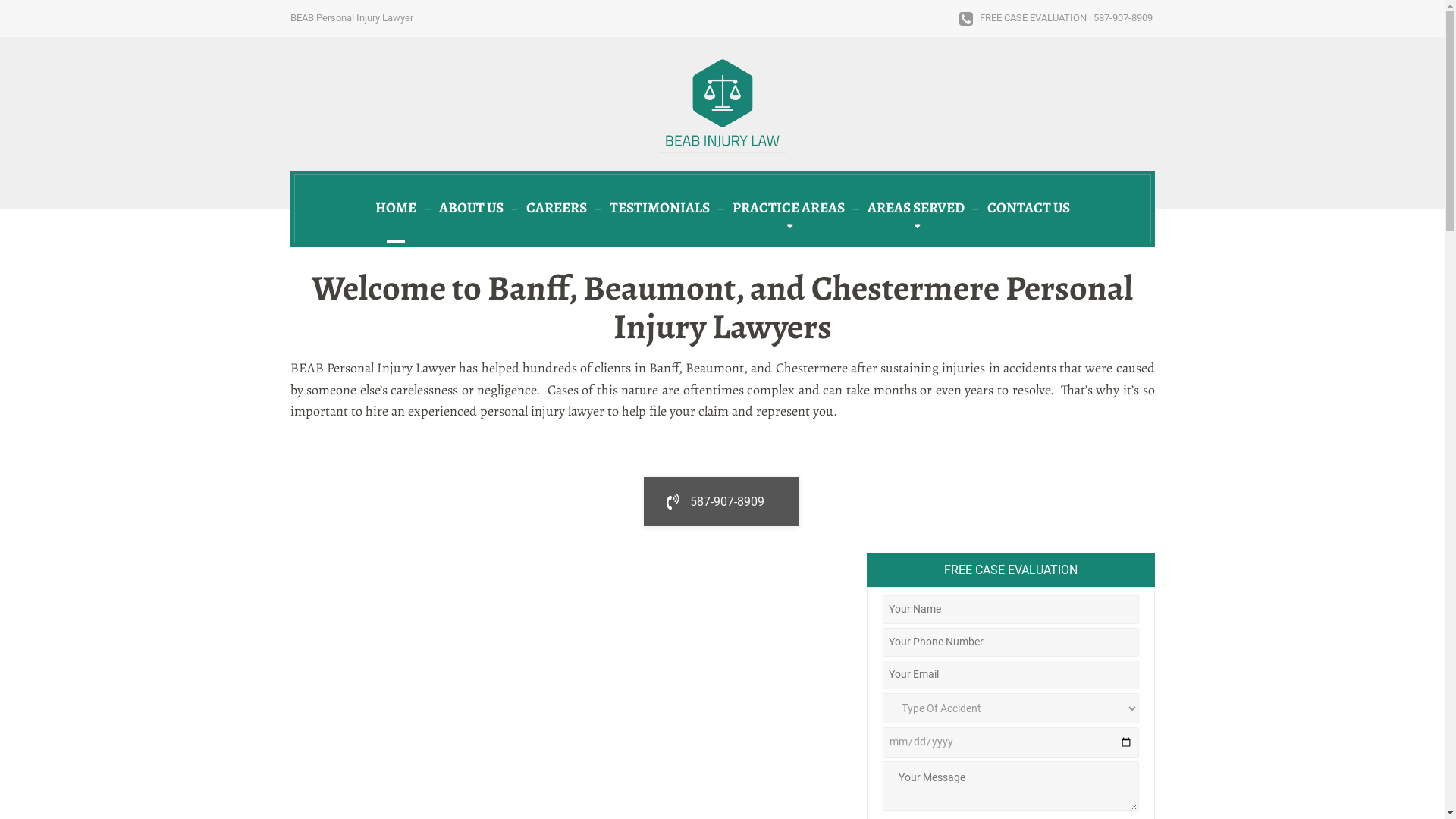  I want to click on 'FREE CASE EVALUATION | 587-907-8909', so click(1055, 18).